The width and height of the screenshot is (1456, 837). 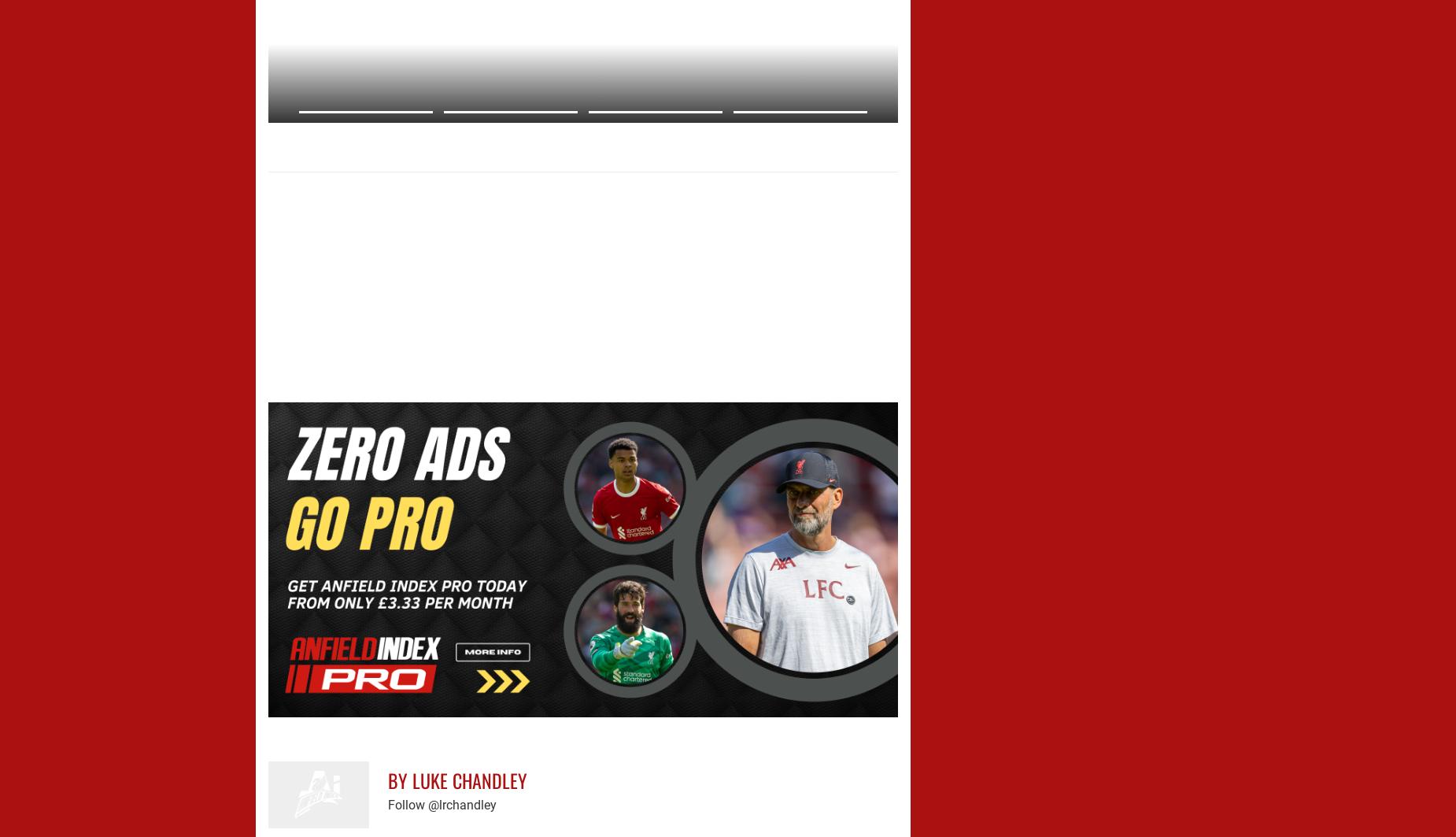 I want to click on 'Luke Chandley', so click(x=469, y=778).